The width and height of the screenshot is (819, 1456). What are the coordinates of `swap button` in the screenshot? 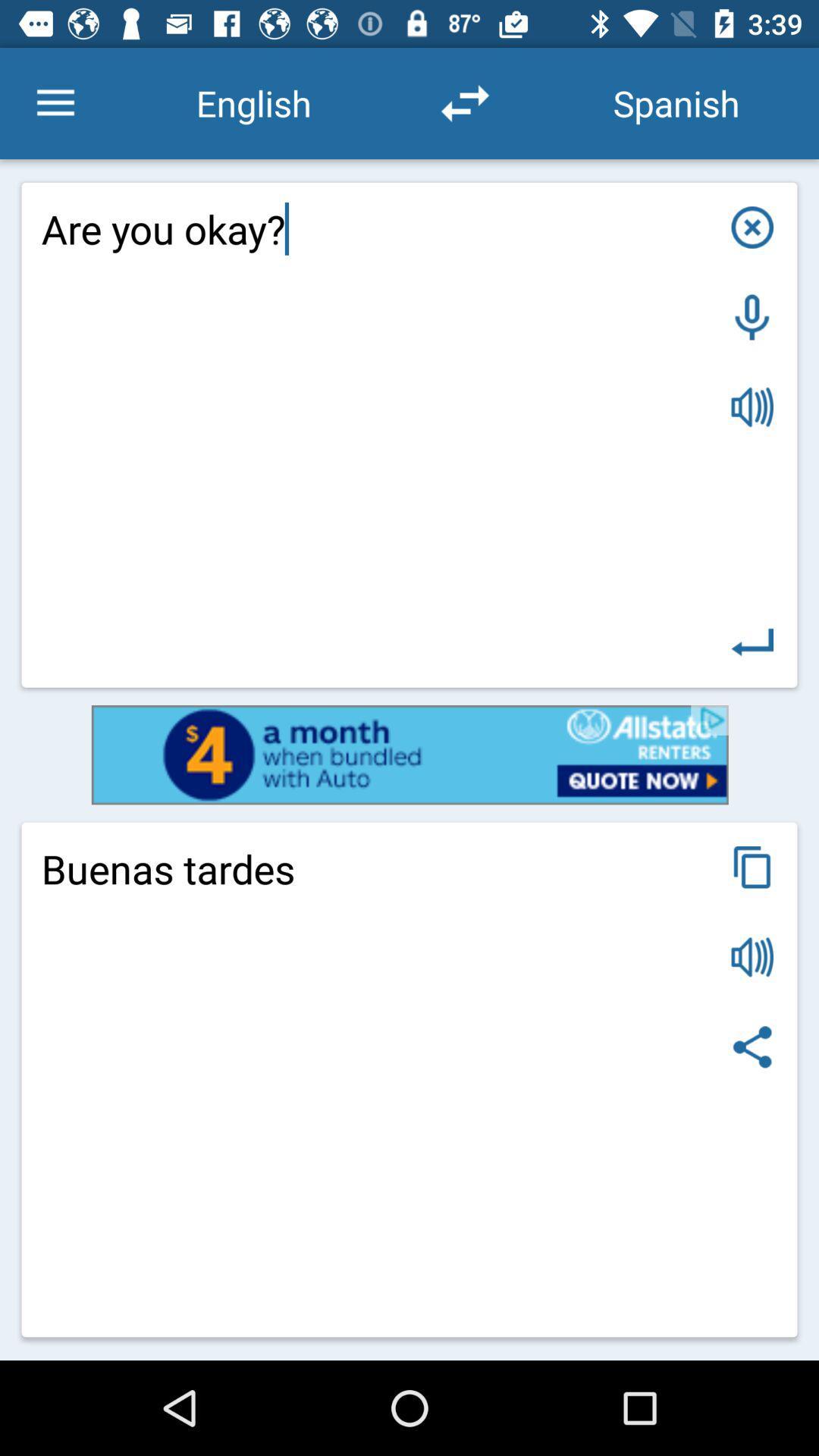 It's located at (464, 102).